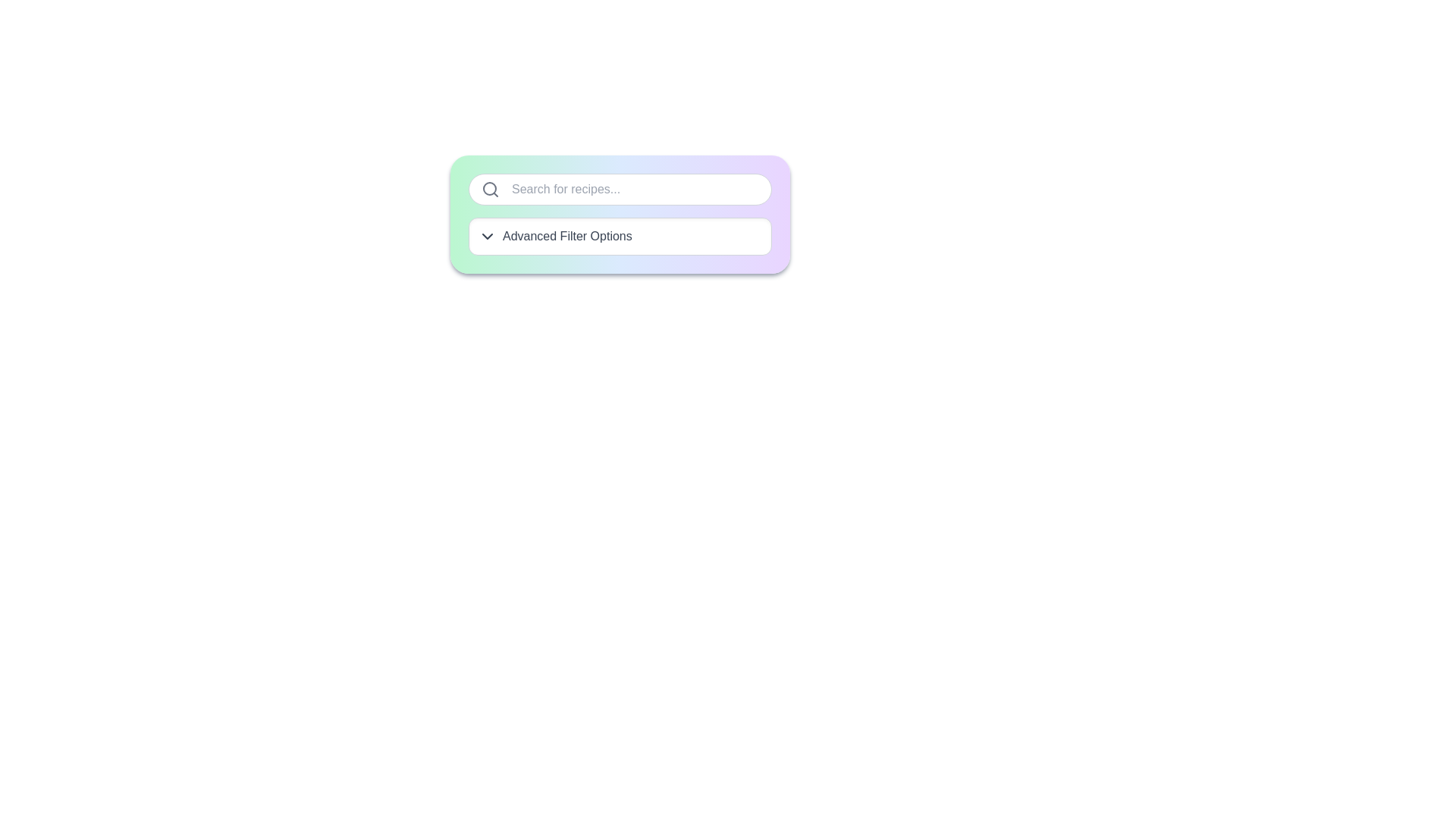  I want to click on the Chevron Down icon, so click(488, 237).